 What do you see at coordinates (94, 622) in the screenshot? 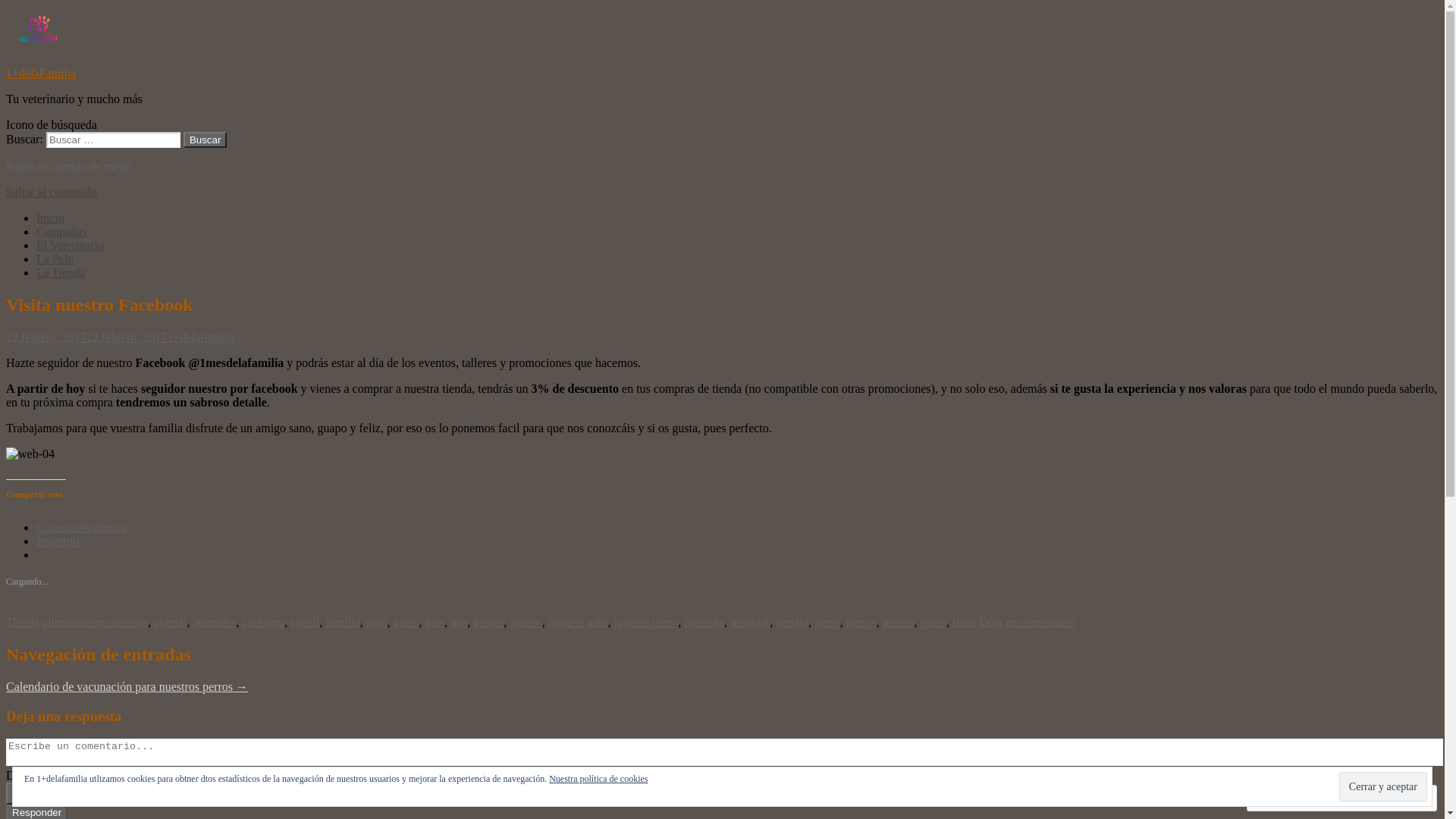
I see `'alimentacion mascota'` at bounding box center [94, 622].